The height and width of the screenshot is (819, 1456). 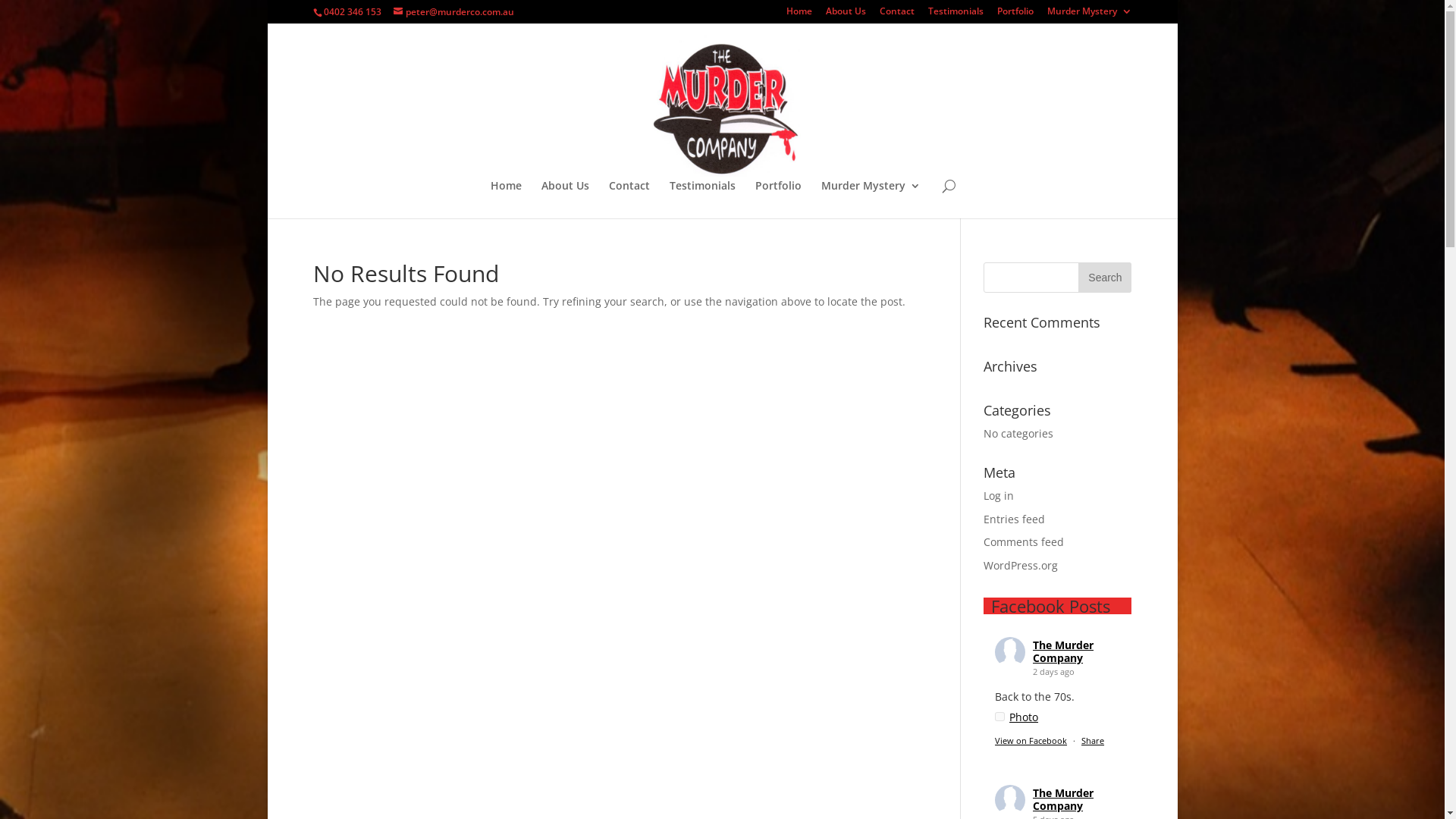 I want to click on 'Portfolio', so click(x=1015, y=14).